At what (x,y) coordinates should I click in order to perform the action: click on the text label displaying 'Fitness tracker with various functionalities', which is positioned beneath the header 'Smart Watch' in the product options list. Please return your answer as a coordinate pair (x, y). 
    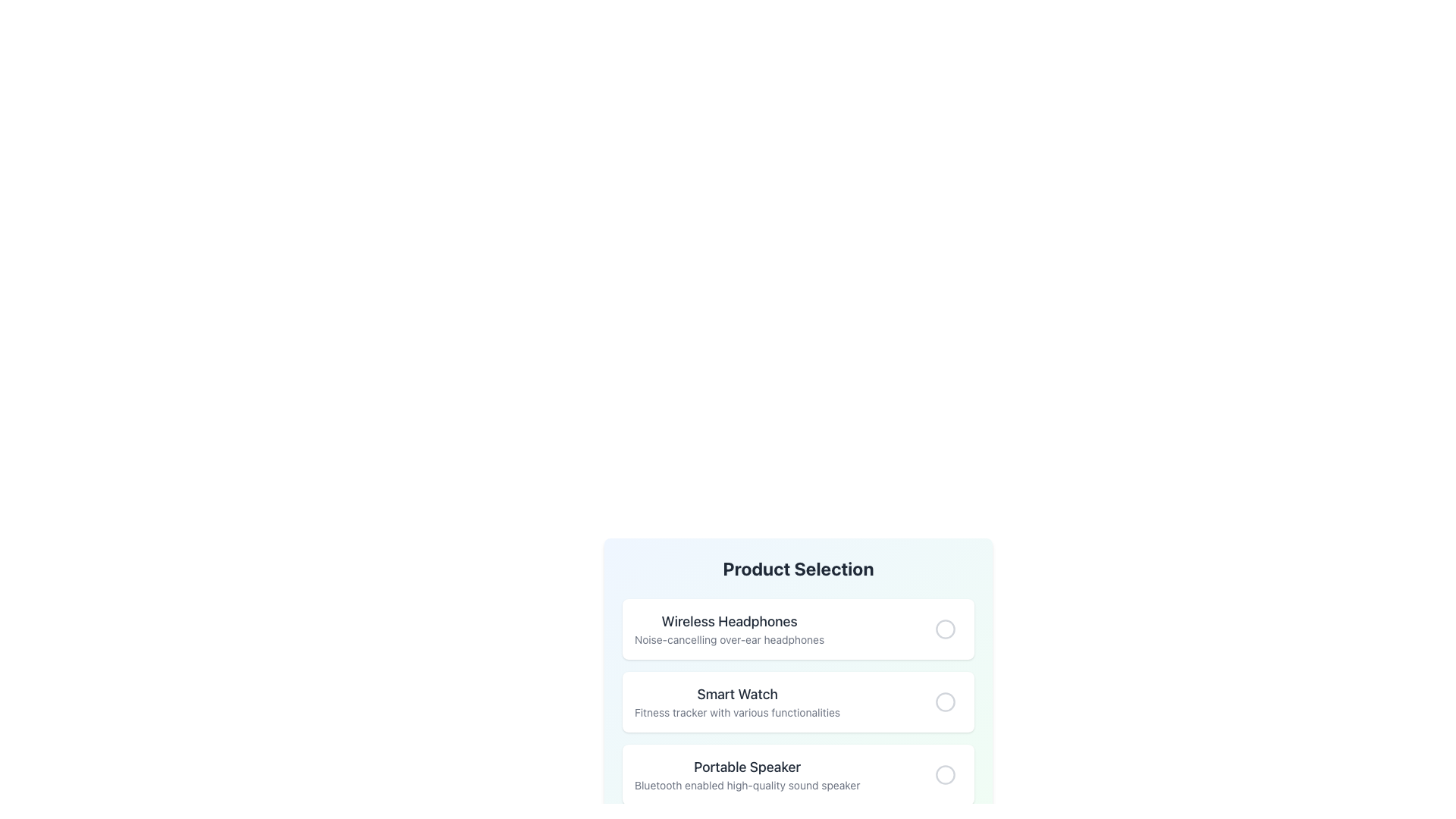
    Looking at the image, I should click on (737, 713).